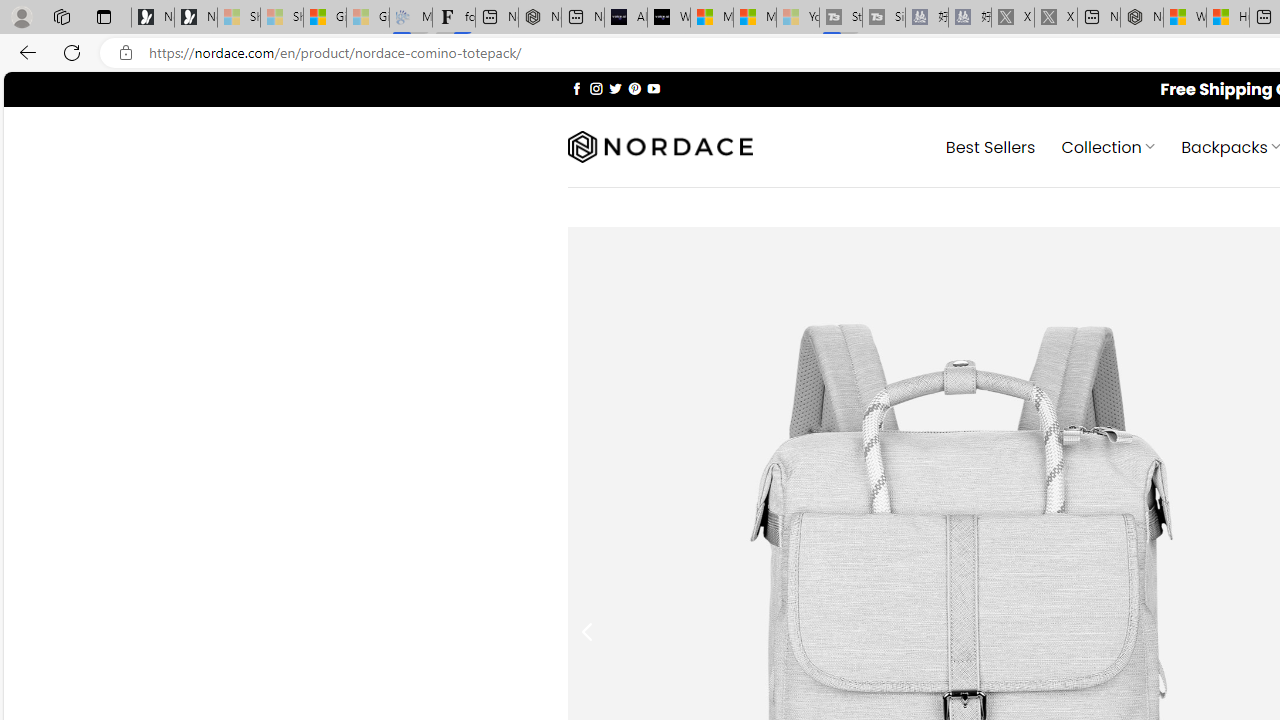  Describe the element at coordinates (712, 17) in the screenshot. I see `'Microsoft Start Sports'` at that location.